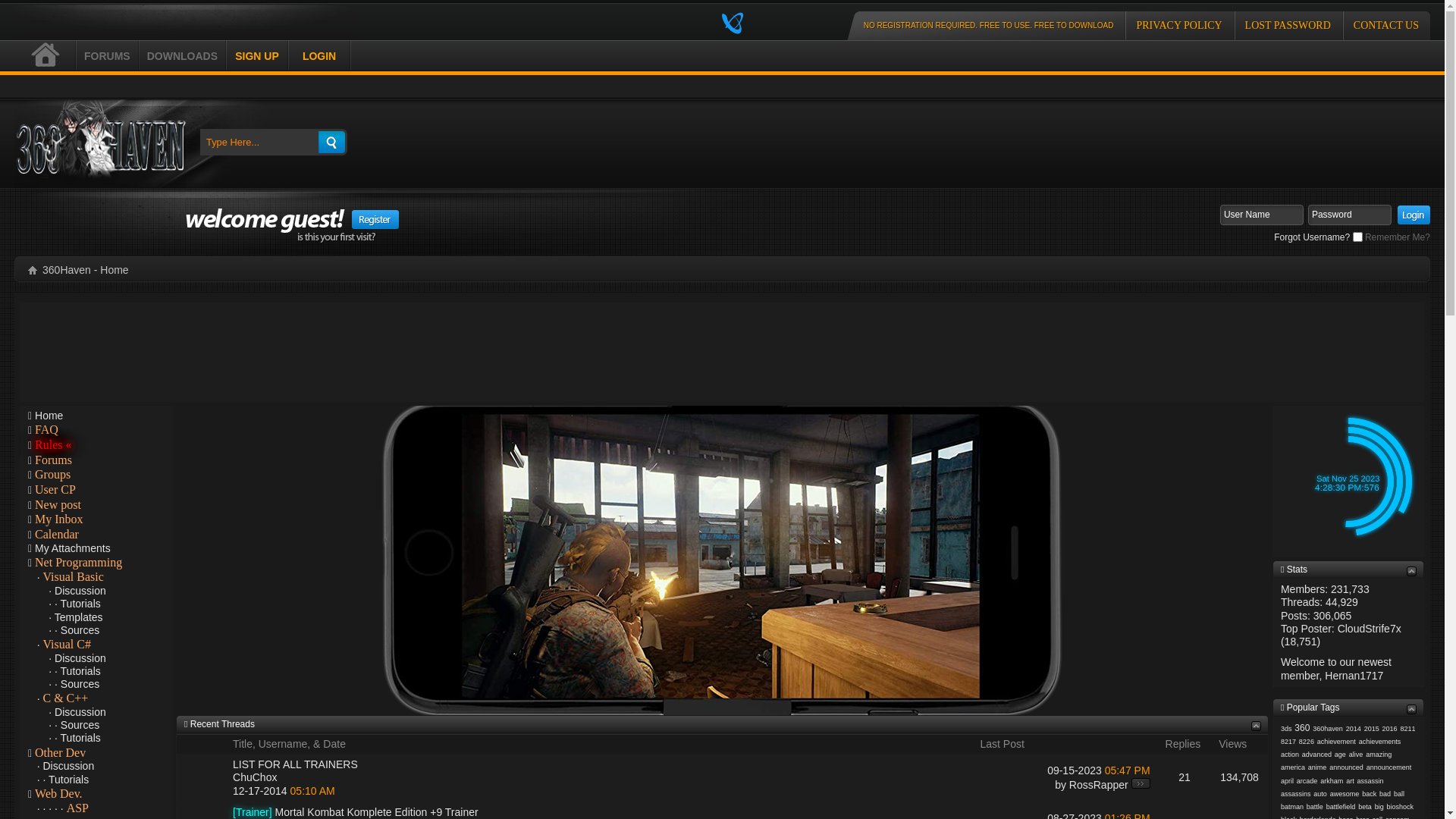 This screenshot has height=819, width=1456. I want to click on 'age', so click(1340, 755).